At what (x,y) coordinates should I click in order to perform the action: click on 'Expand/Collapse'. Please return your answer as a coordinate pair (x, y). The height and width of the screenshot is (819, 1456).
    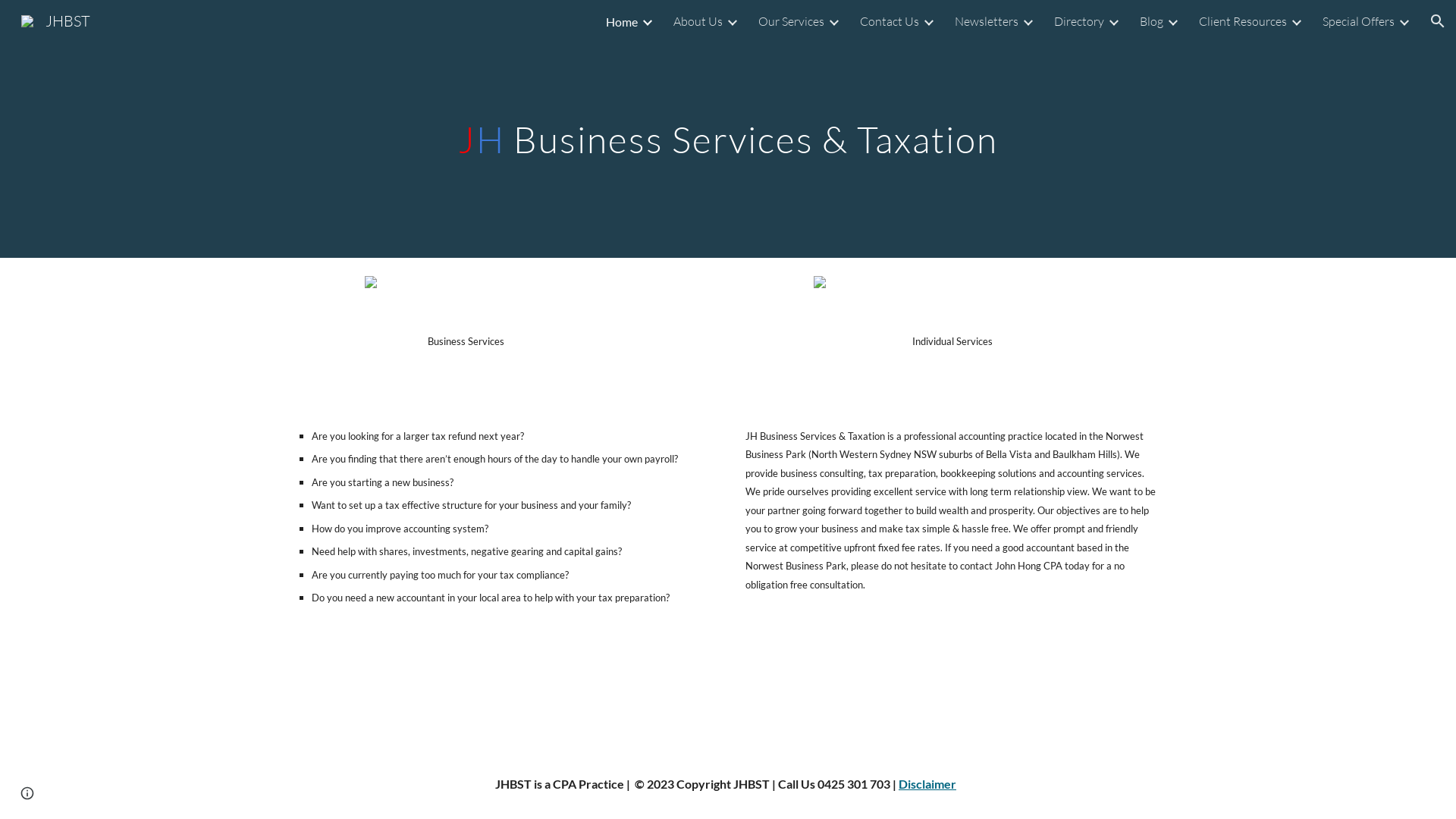
    Looking at the image, I should click on (1396, 20).